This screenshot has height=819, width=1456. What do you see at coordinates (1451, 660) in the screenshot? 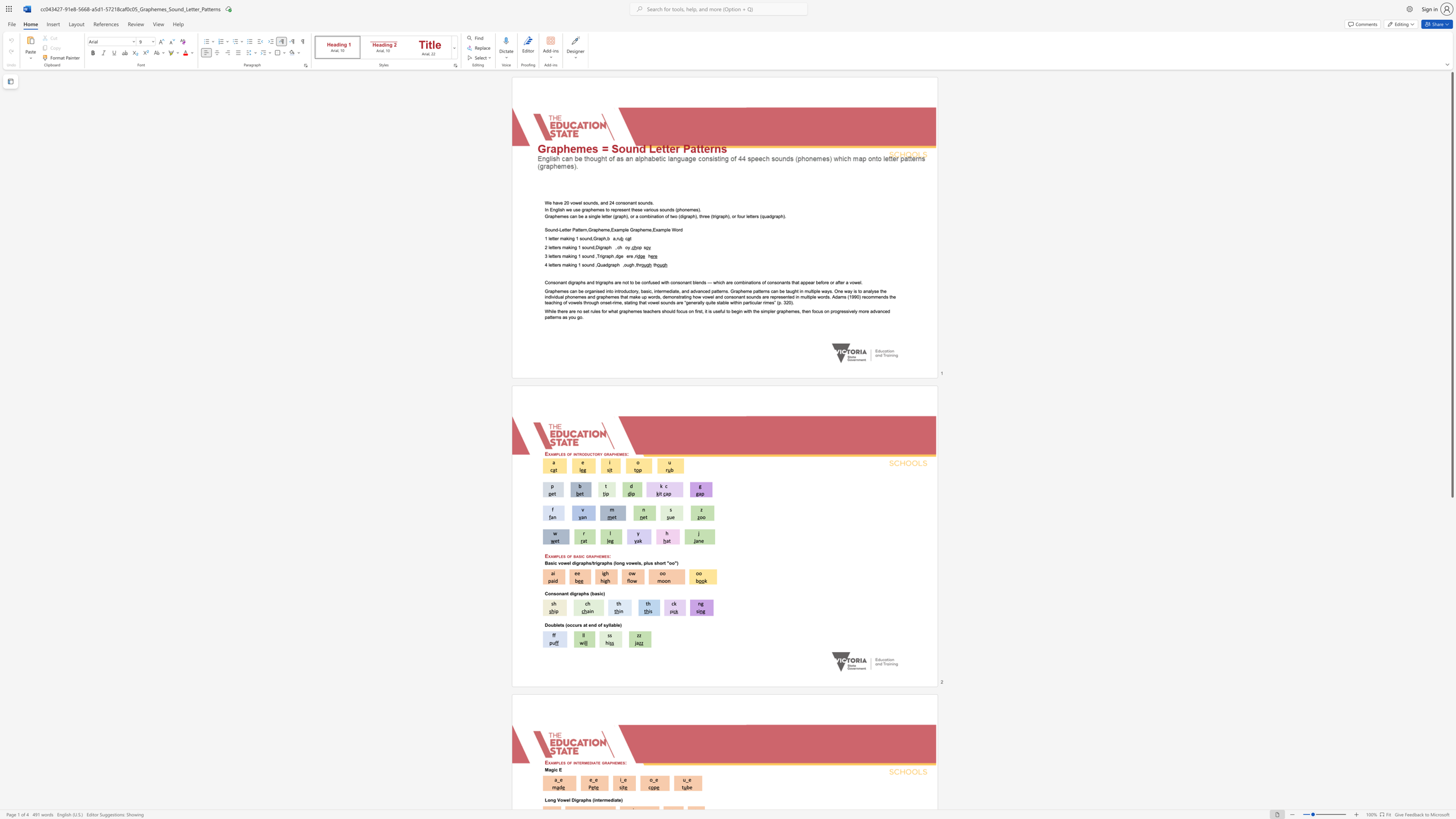
I see `the scrollbar to move the page downward` at bounding box center [1451, 660].